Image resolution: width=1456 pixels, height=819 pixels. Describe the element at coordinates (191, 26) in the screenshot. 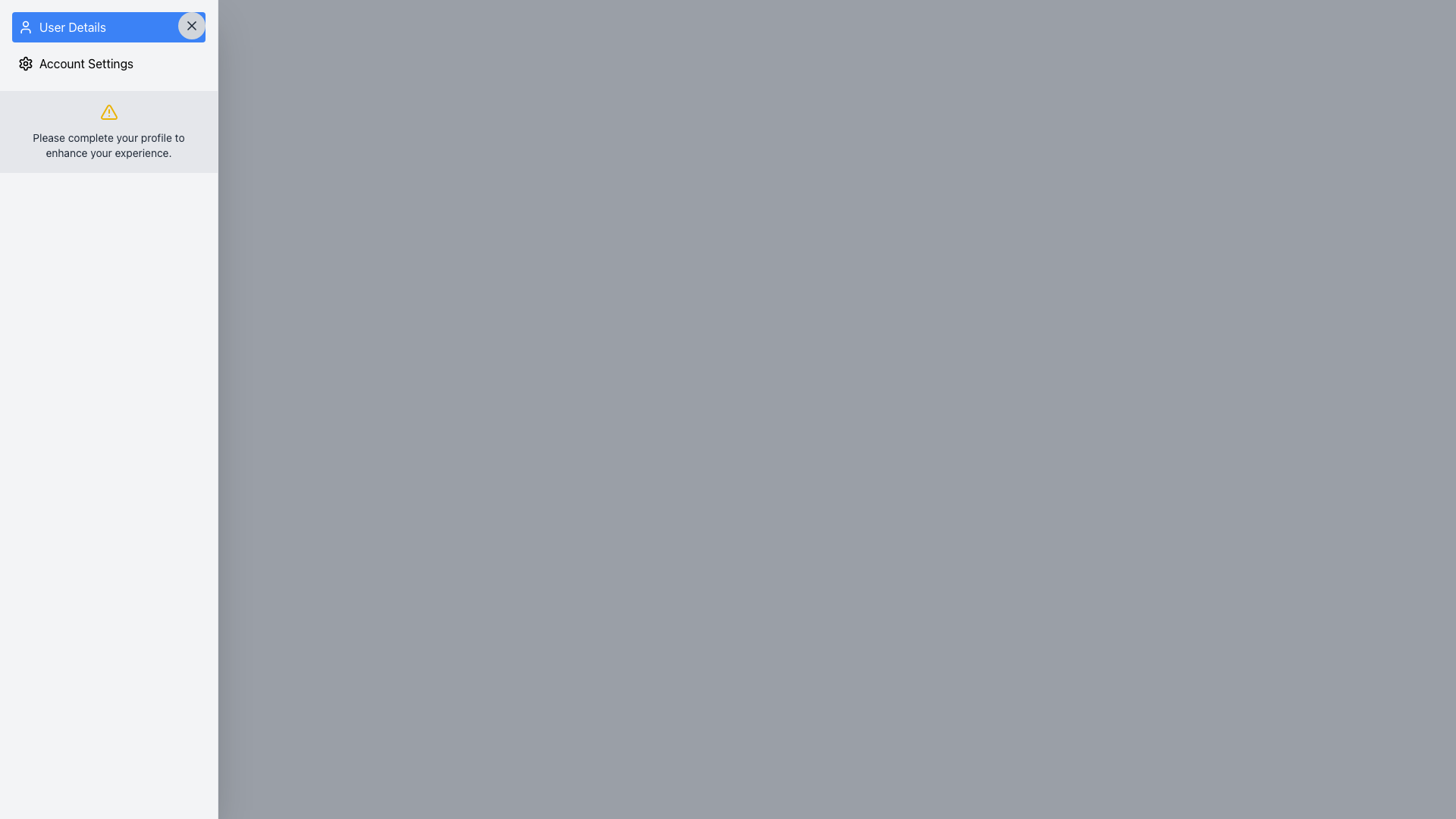

I see `the 'X' icon-based button located in the top right corner of the 'User Details' header section` at that location.